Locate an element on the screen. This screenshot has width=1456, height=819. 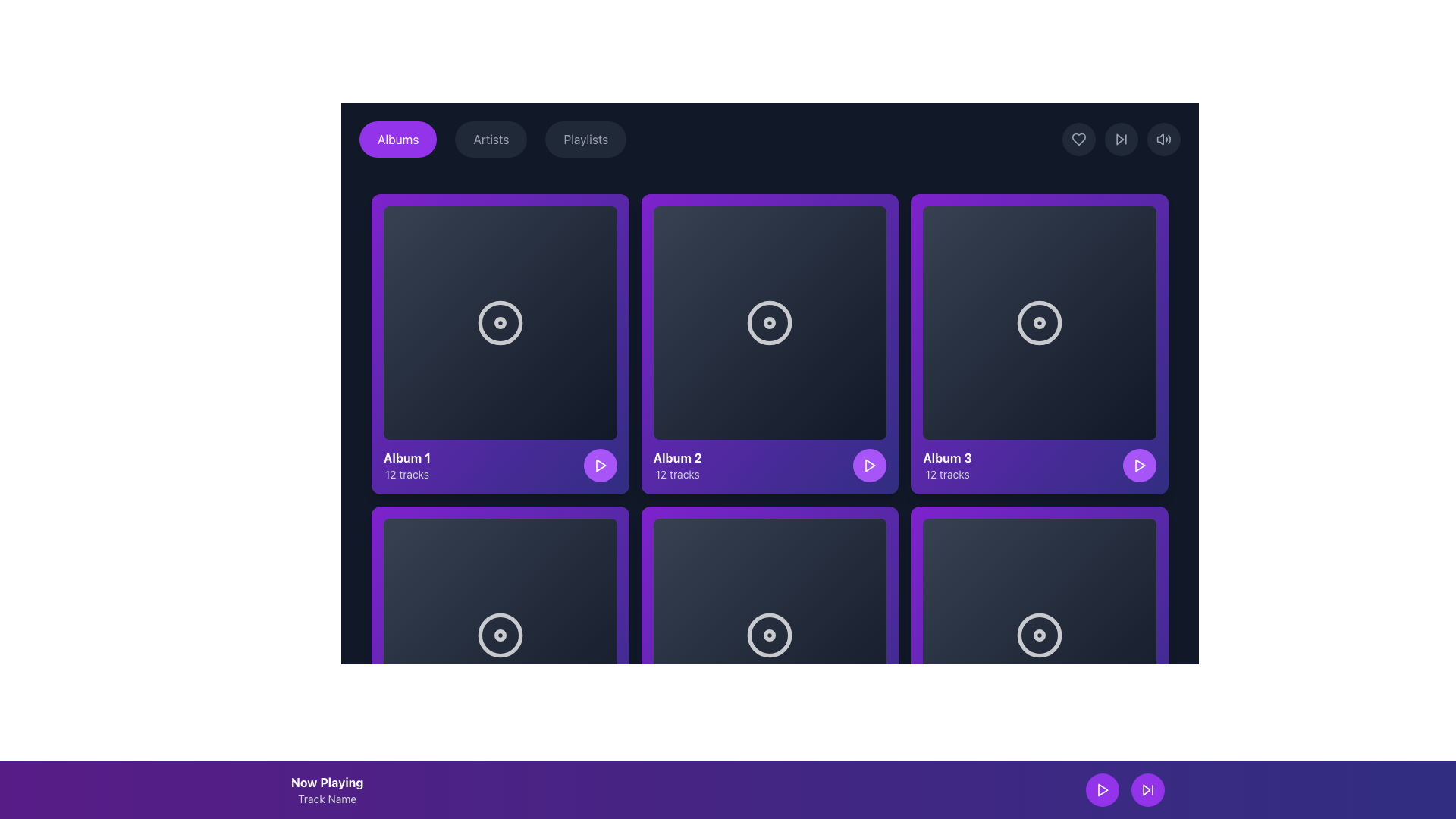
the informational label for 'Album 3' which displays '12 tracks' in a smaller font, located in the rightmost column of the top row in a purple background grid layout is located at coordinates (946, 464).